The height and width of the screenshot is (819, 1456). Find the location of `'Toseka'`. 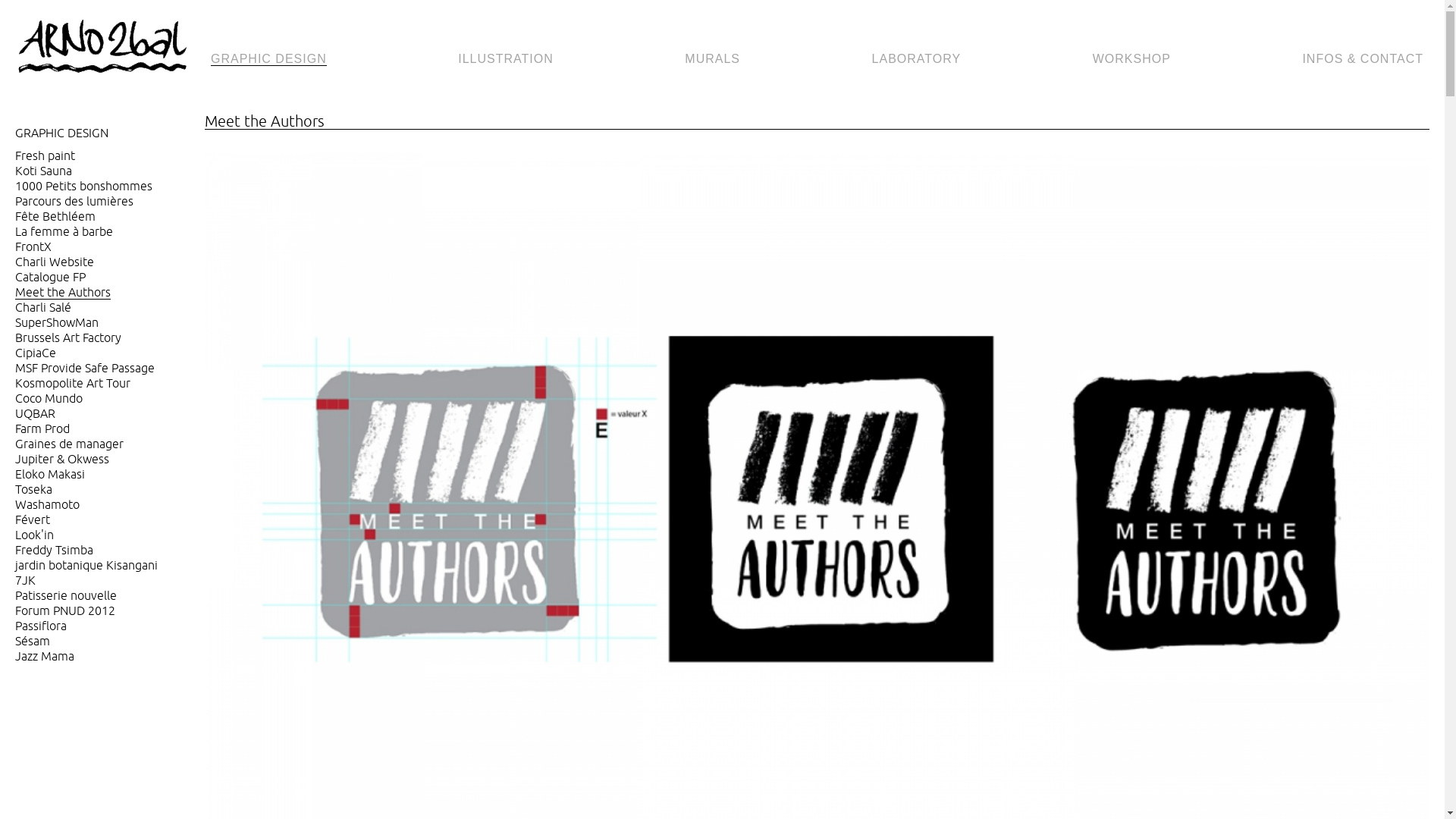

'Toseka' is located at coordinates (33, 489).